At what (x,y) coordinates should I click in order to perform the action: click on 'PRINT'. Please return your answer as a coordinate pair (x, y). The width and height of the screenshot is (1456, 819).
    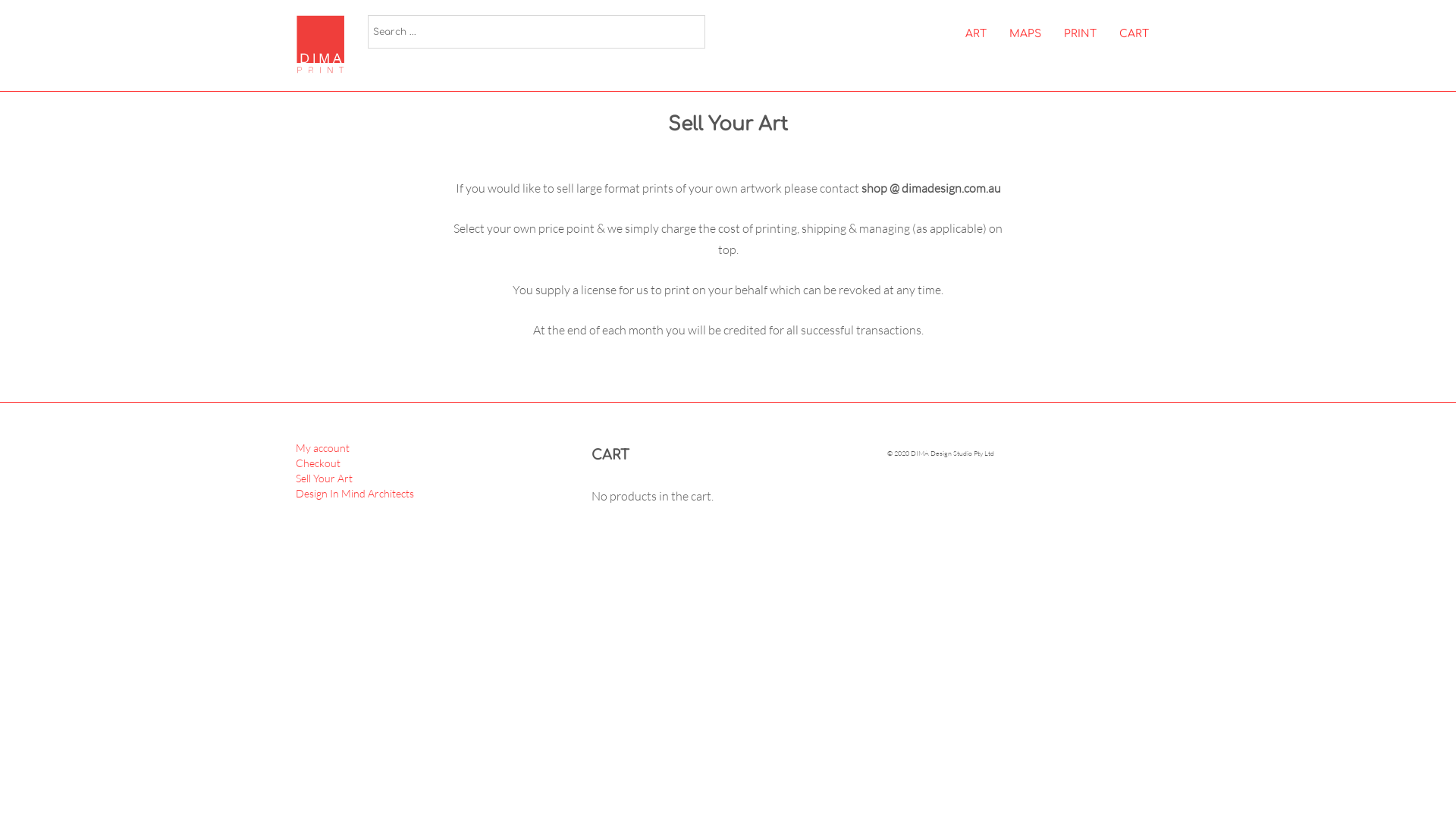
    Looking at the image, I should click on (1079, 34).